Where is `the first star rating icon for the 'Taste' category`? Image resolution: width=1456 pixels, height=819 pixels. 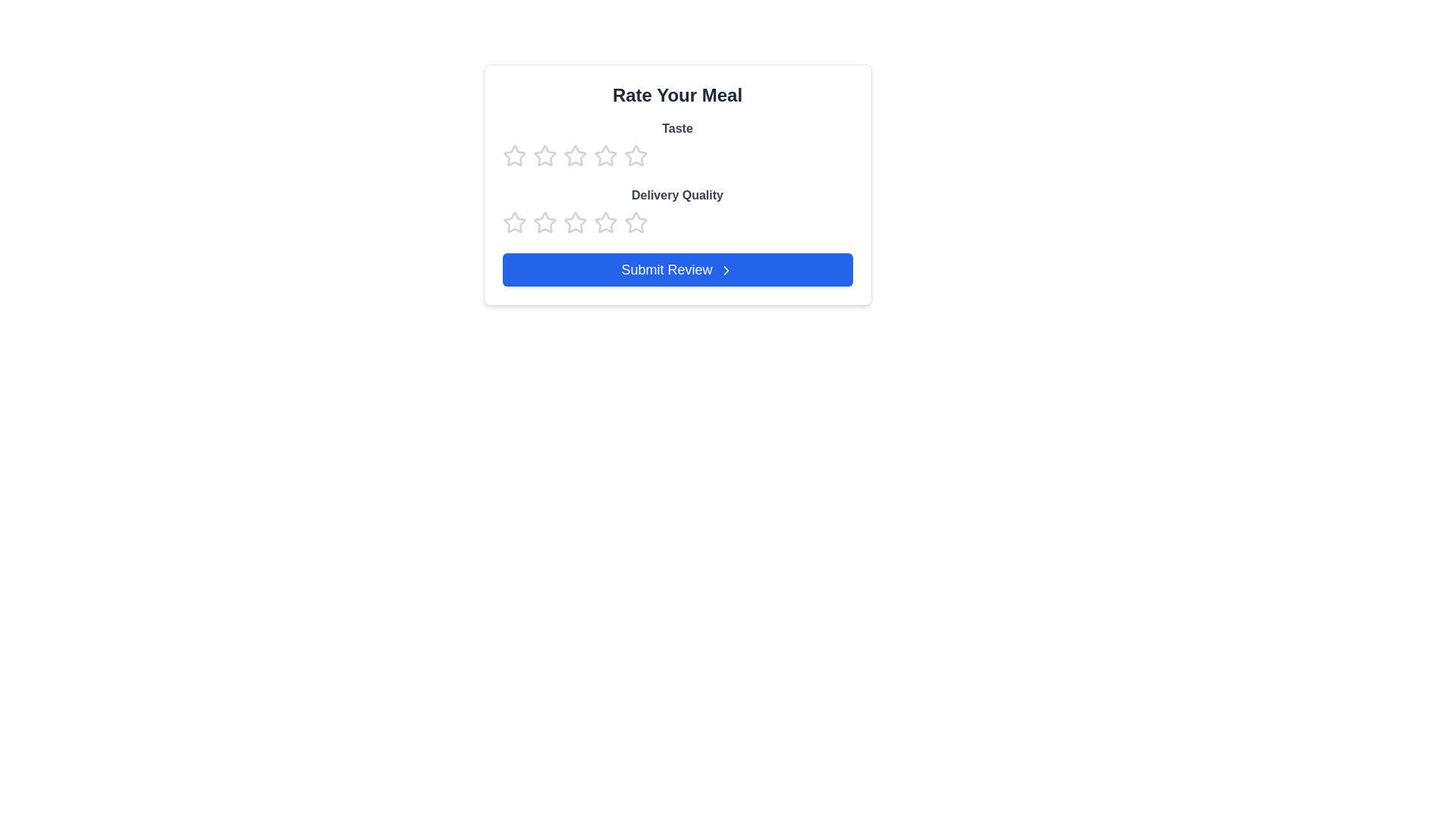
the first star rating icon for the 'Taste' category is located at coordinates (514, 155).